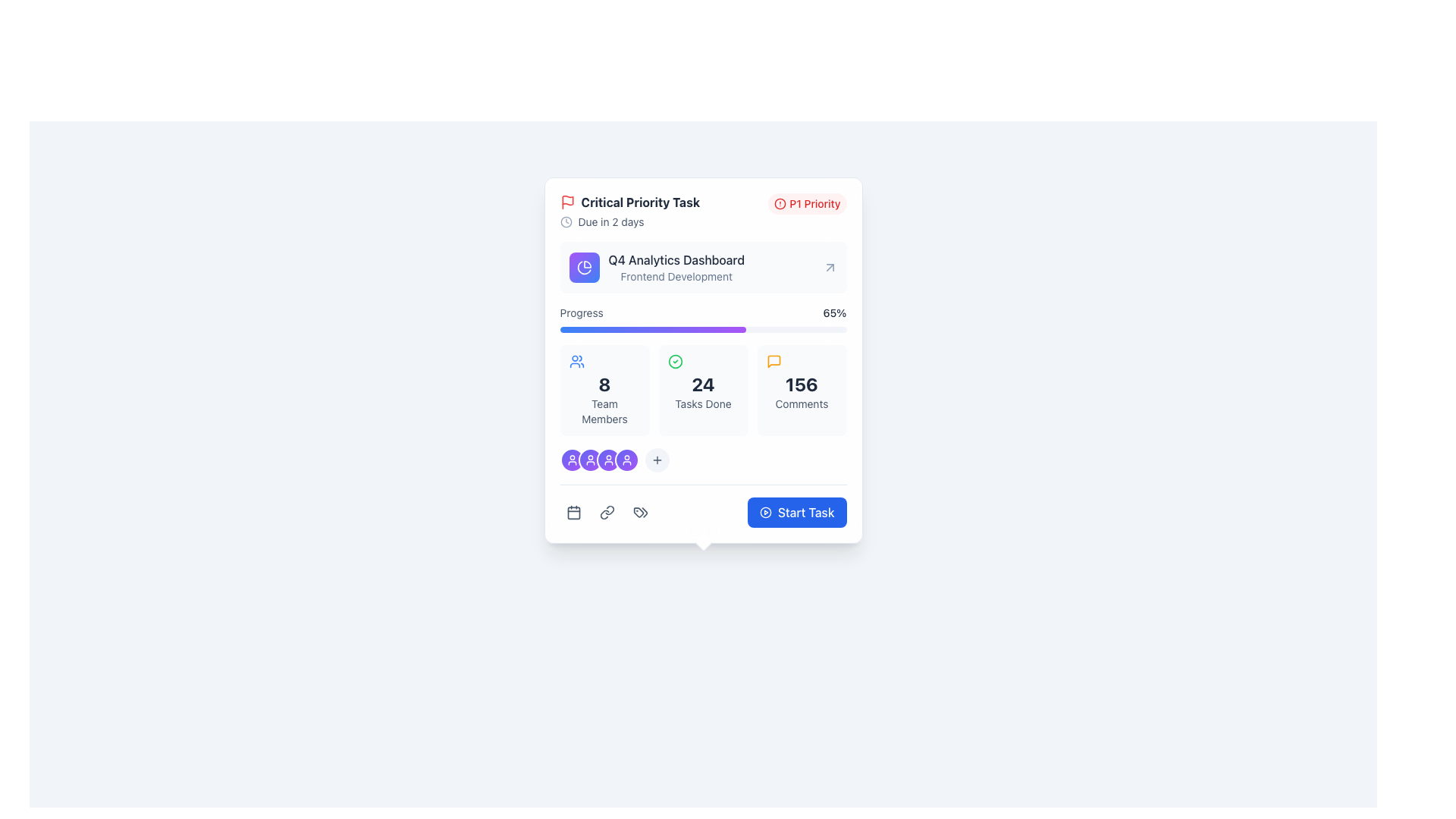 The width and height of the screenshot is (1456, 819). What do you see at coordinates (653, 329) in the screenshot?
I see `the horizontal gradient progress bar with rounded ends located in the 'Critical Priority Task' card layout, just above the metrics` at bounding box center [653, 329].